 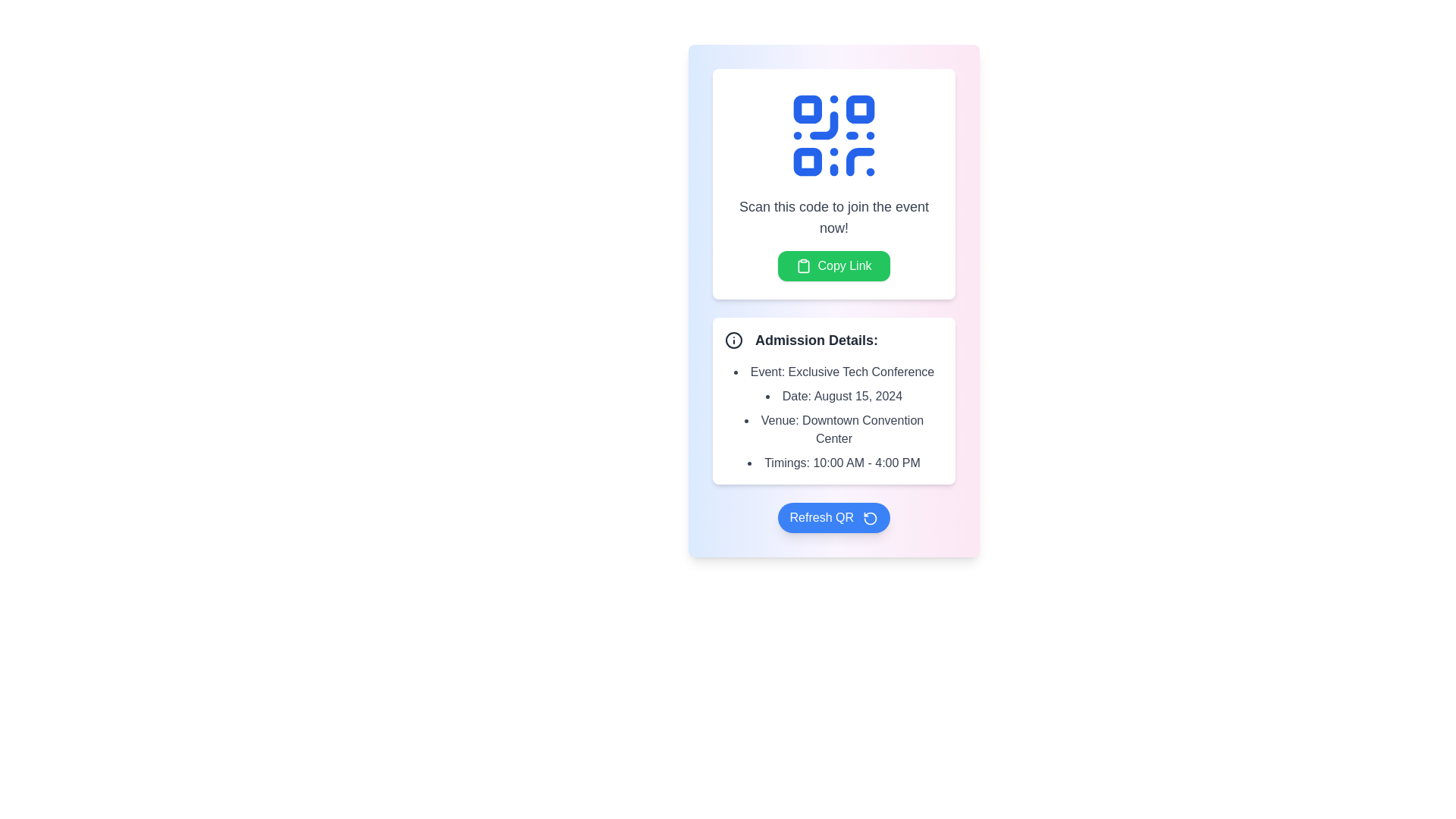 What do you see at coordinates (787, 462) in the screenshot?
I see `the 'Timings:' text label in the 'Admission Details' section` at bounding box center [787, 462].